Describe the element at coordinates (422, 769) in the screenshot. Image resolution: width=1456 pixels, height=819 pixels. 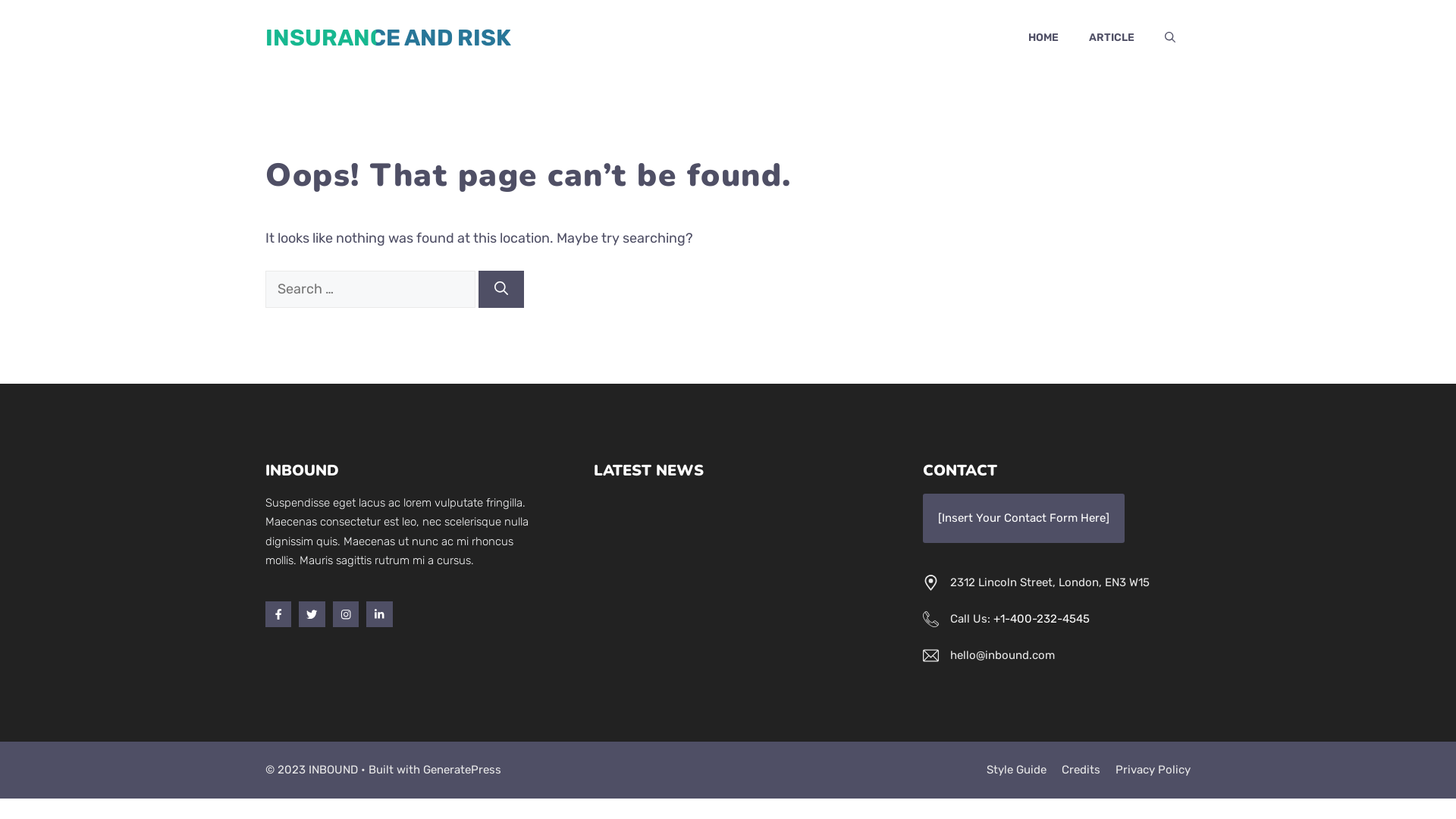
I see `'GeneratePress'` at that location.